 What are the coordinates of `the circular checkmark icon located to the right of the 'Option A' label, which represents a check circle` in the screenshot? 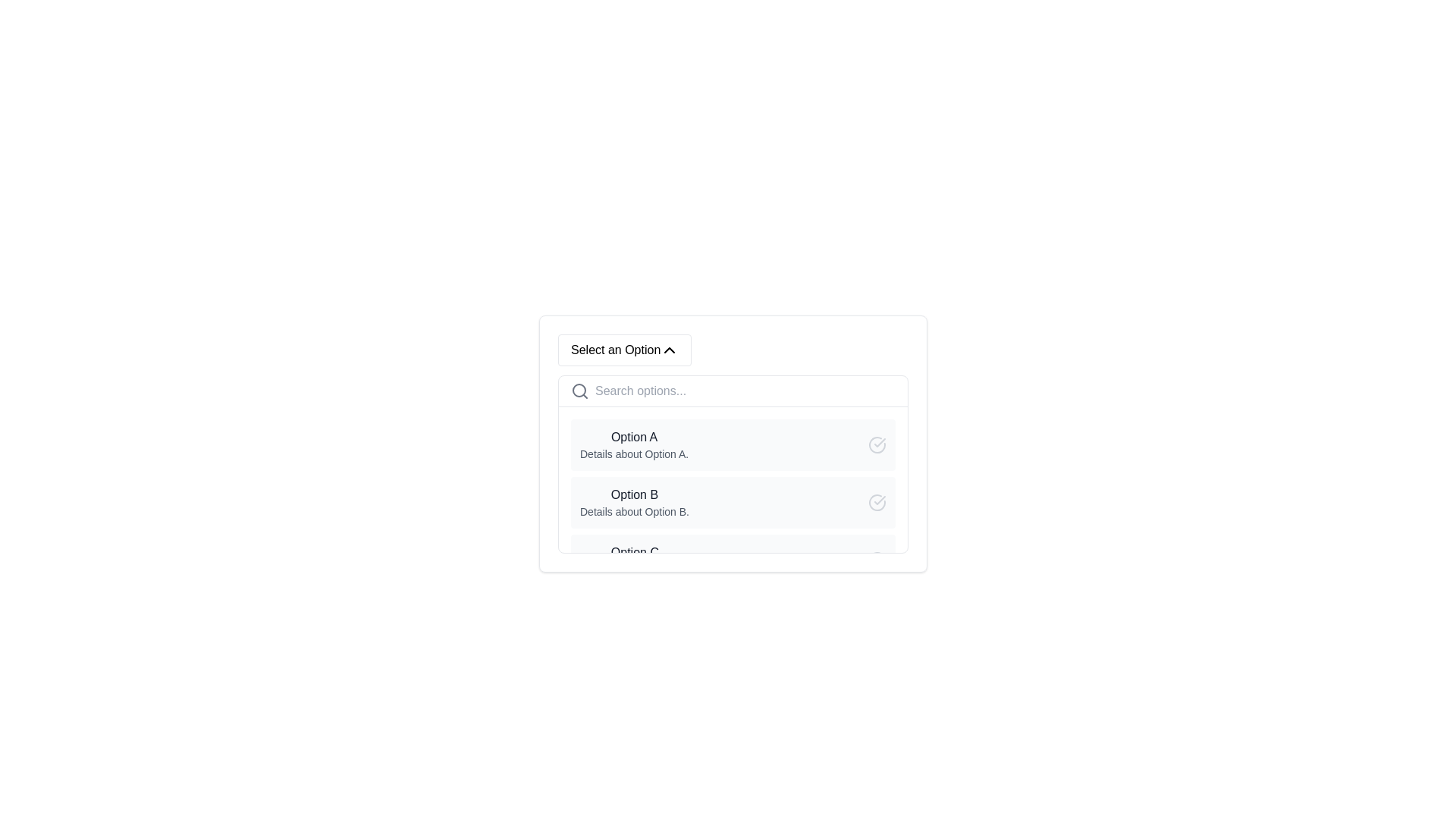 It's located at (877, 444).